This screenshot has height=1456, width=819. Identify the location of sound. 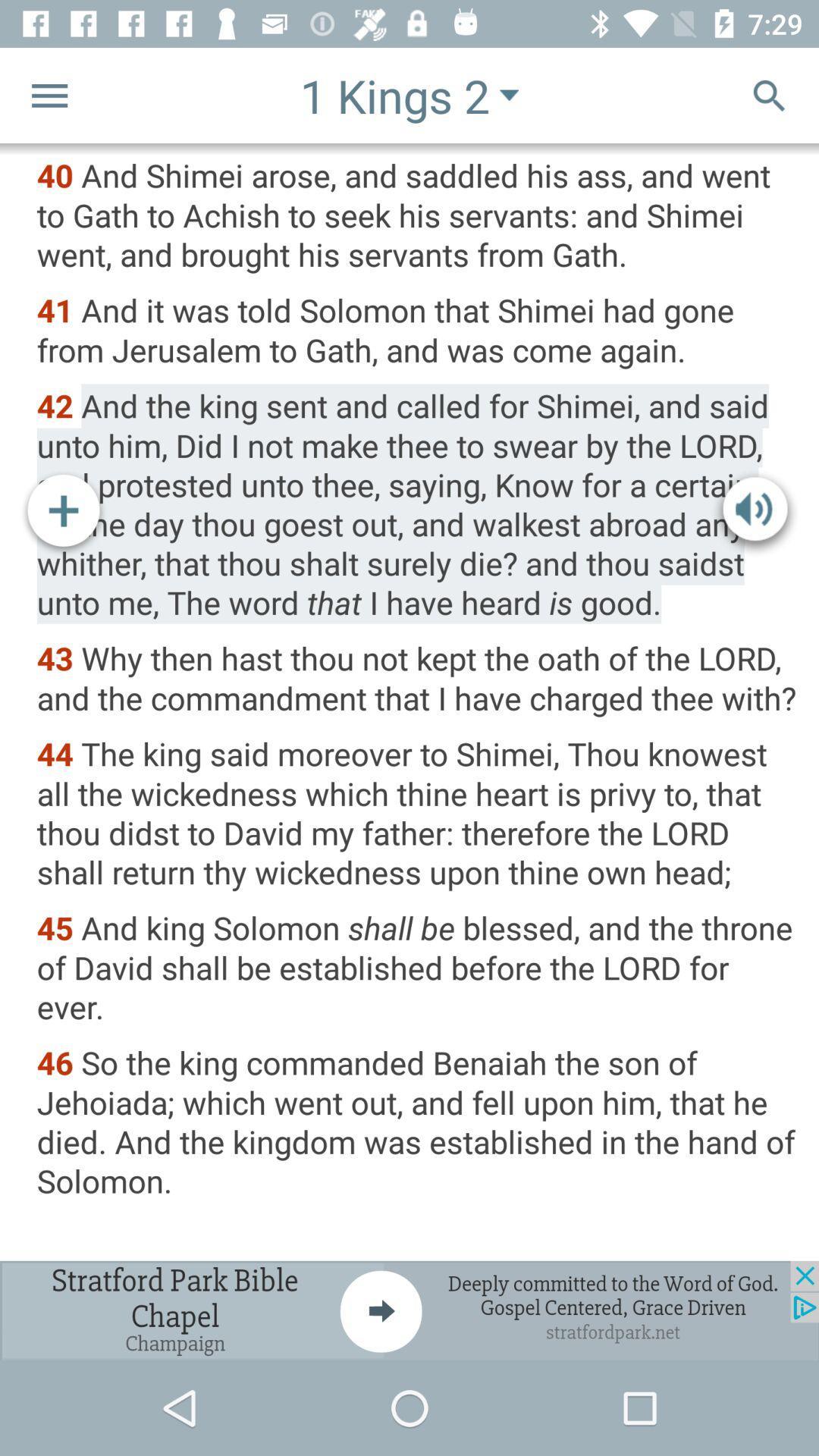
(755, 513).